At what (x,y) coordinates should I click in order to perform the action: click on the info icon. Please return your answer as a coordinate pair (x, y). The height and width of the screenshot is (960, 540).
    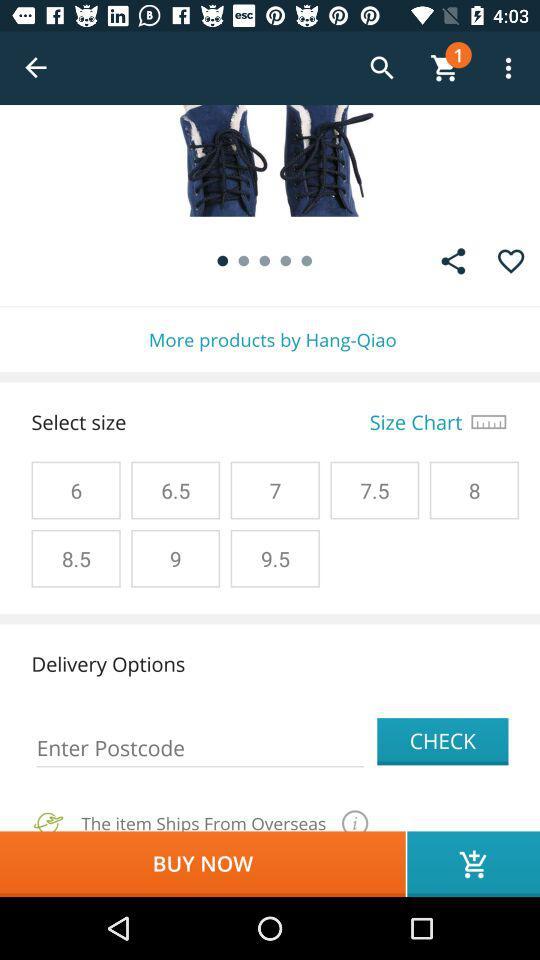
    Looking at the image, I should click on (354, 820).